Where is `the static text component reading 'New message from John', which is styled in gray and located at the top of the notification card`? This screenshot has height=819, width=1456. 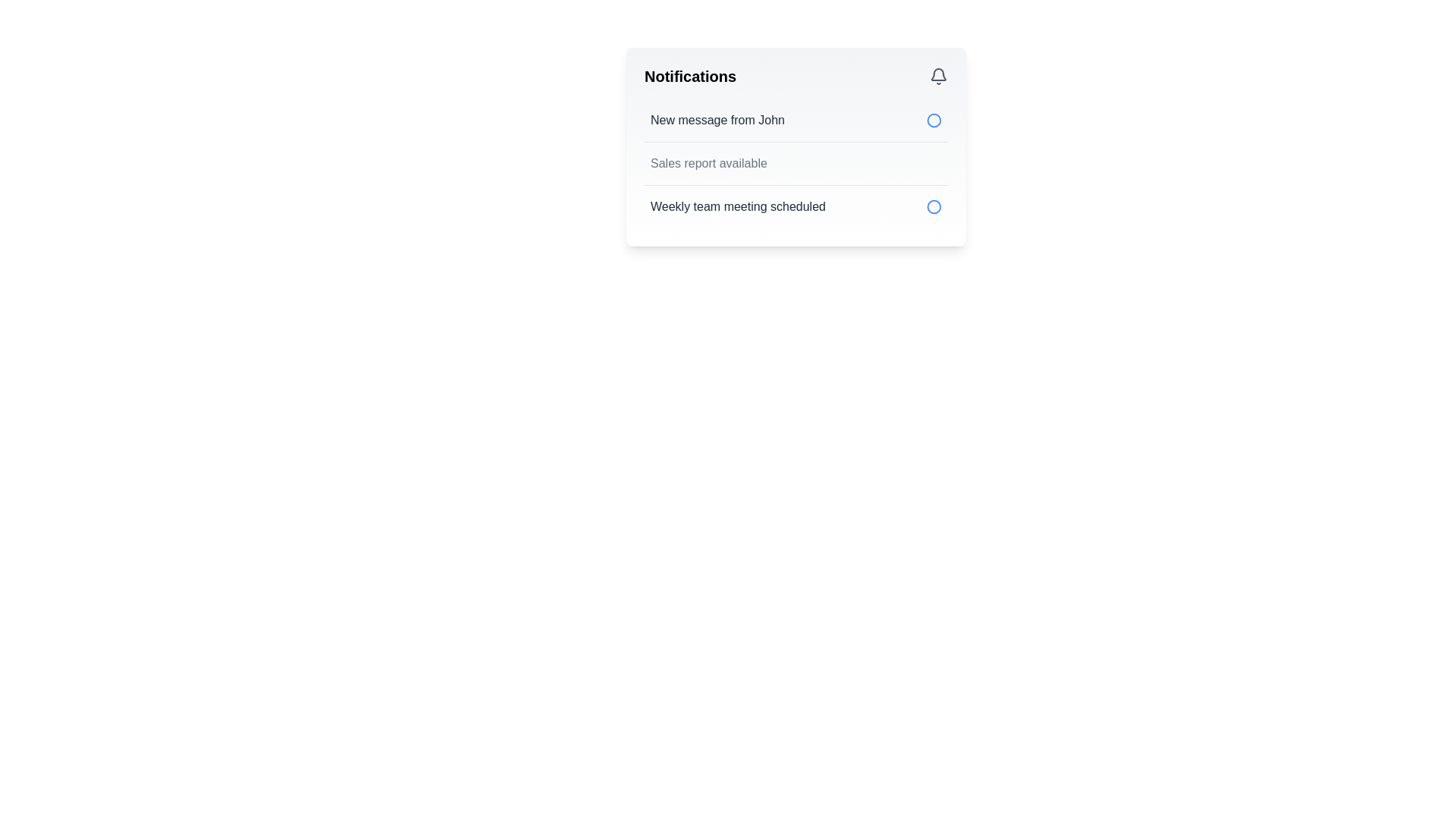
the static text component reading 'New message from John', which is styled in gray and located at the top of the notification card is located at coordinates (717, 119).